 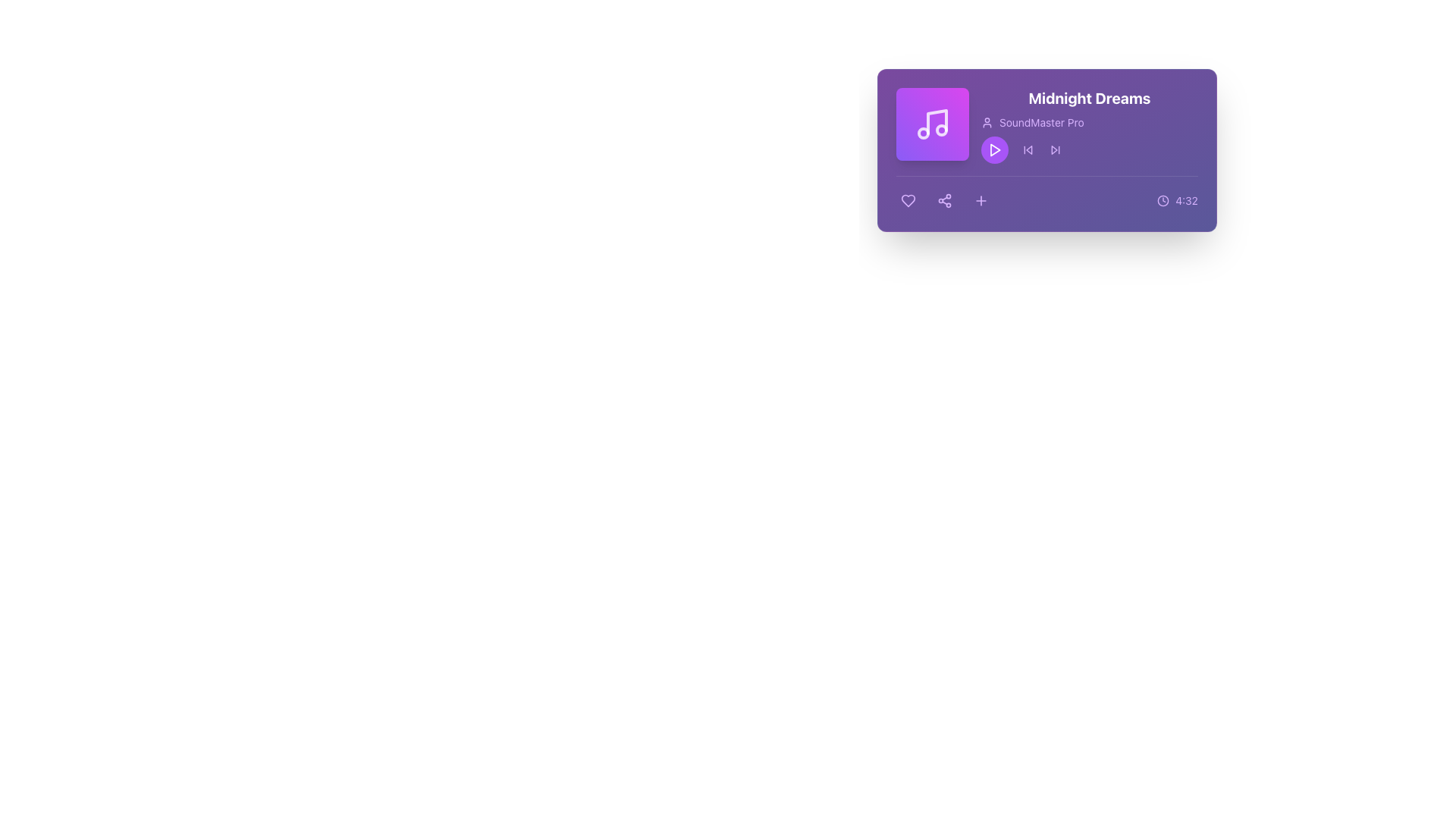 What do you see at coordinates (981, 200) in the screenshot?
I see `the plus icon button, which is a minimalistic design with a cross shape, located` at bounding box center [981, 200].